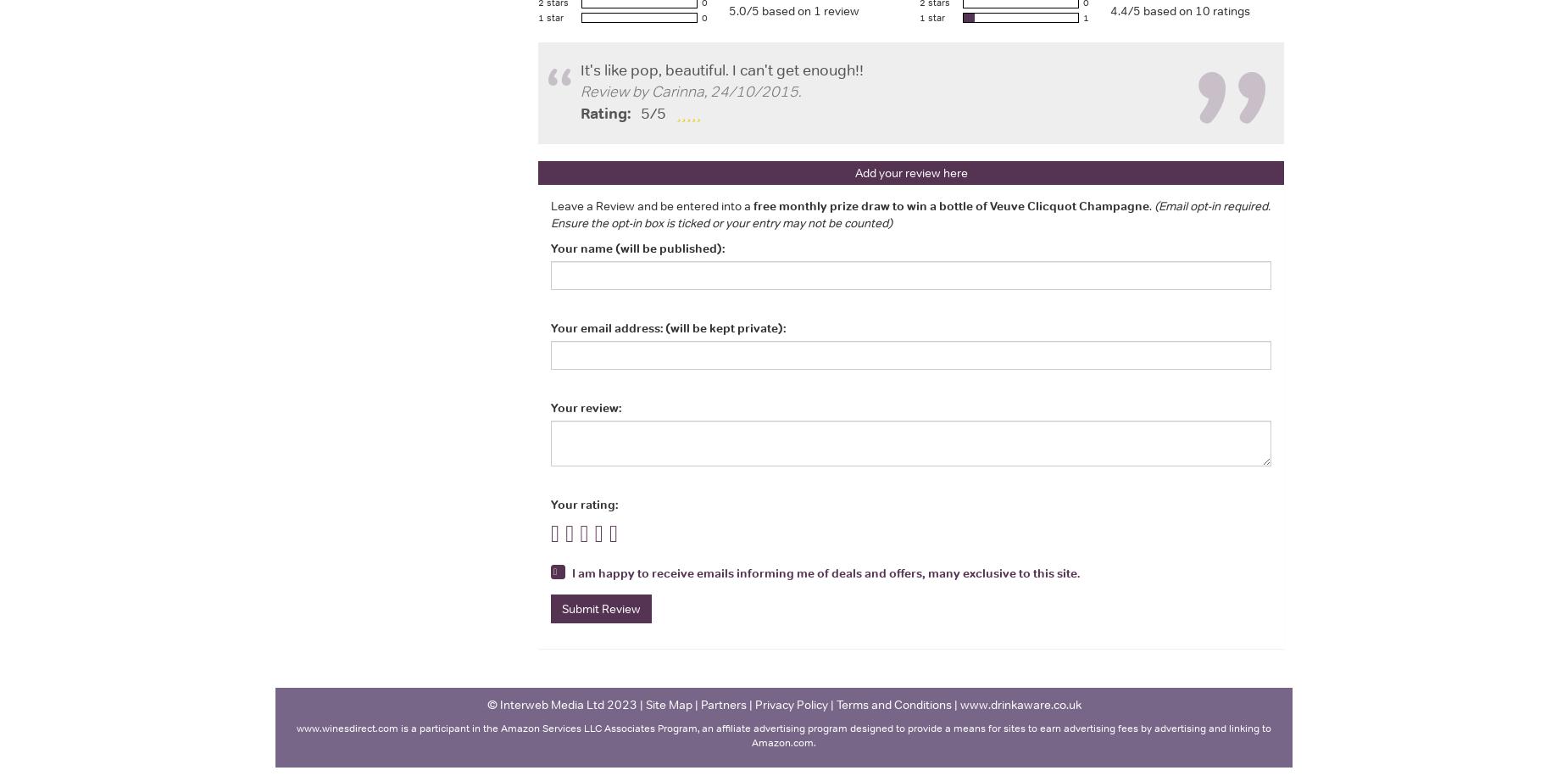 The height and width of the screenshot is (776, 1568). I want to click on '© Interweb Media Ltd 2023 |', so click(565, 705).